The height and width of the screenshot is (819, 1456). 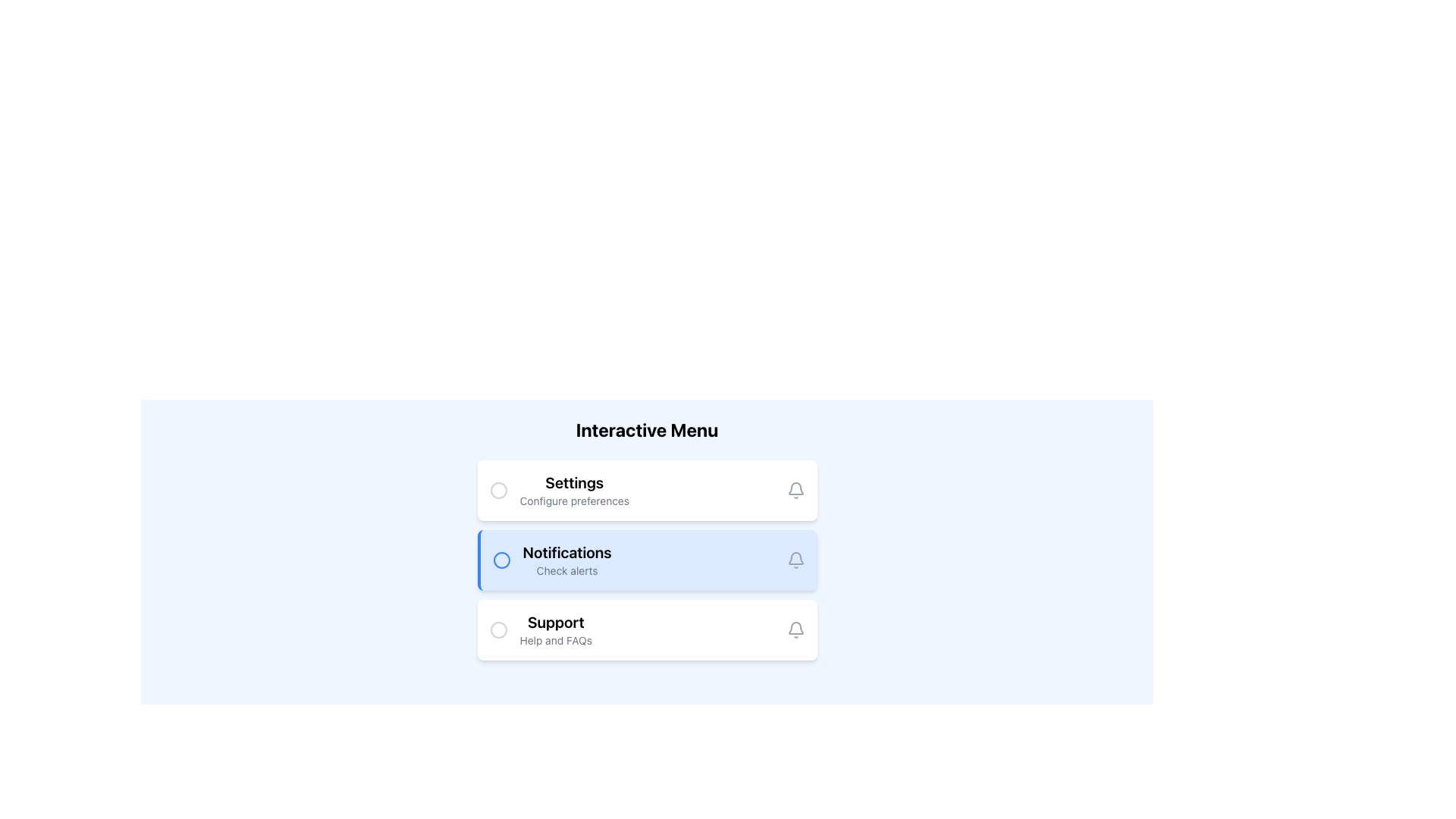 What do you see at coordinates (573, 482) in the screenshot?
I see `text of the 'Settings' label, which is a bold and larger font styled text located at the top-left section of a rectangular card` at bounding box center [573, 482].